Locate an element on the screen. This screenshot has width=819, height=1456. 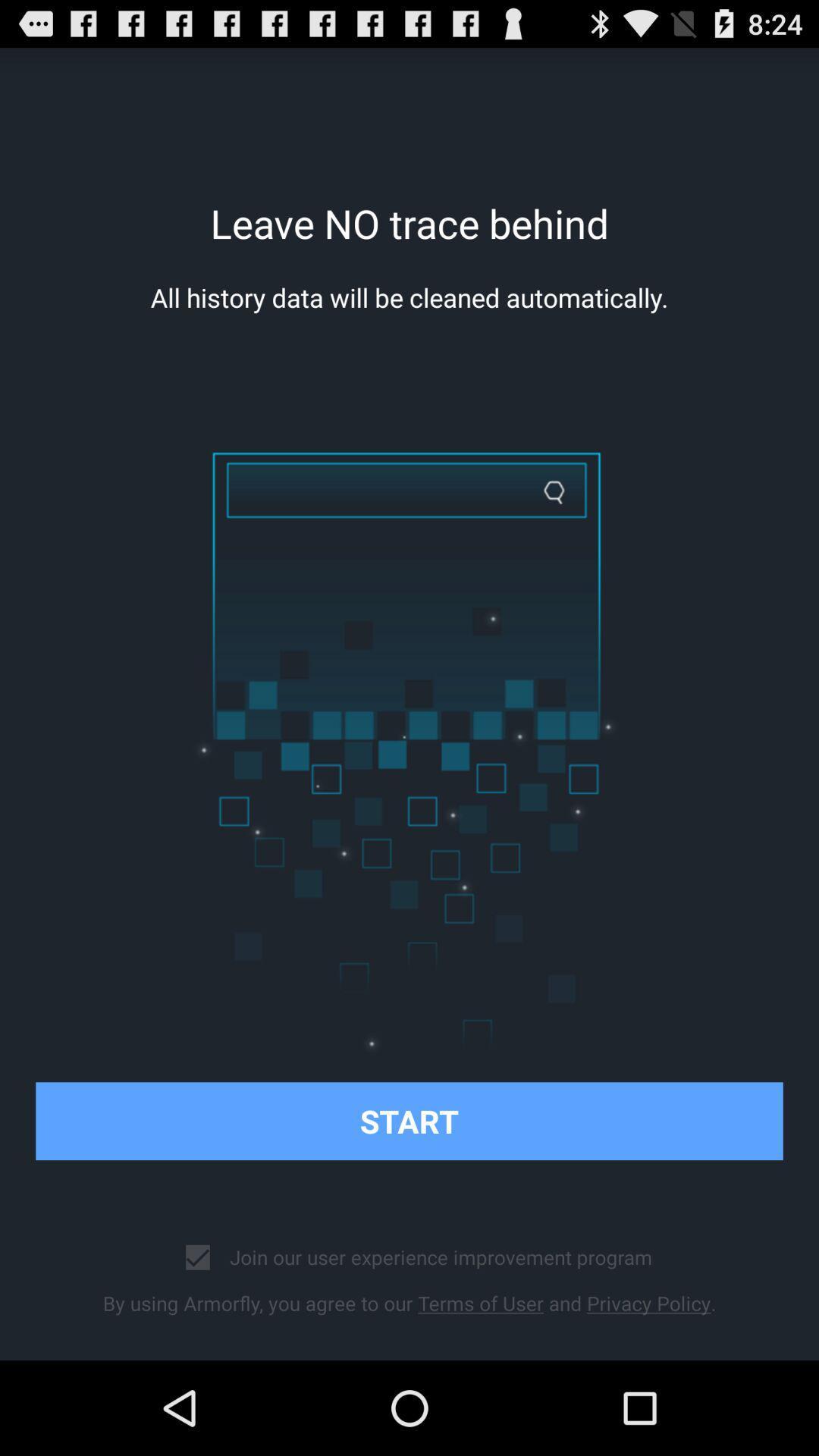
the by using armorfly icon is located at coordinates (409, 1302).